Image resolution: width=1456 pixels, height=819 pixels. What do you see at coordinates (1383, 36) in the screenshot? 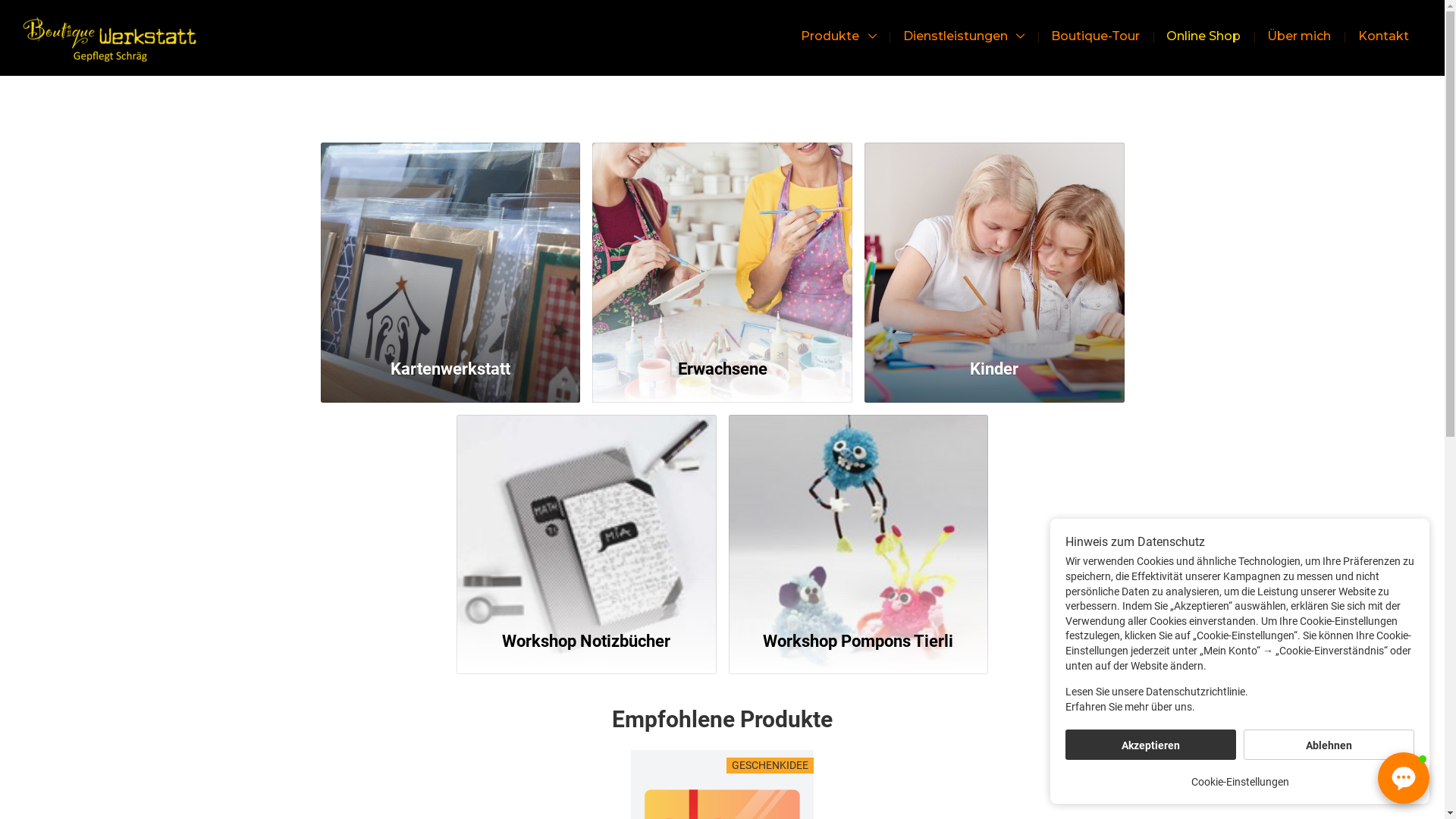
I see `'Kontakt'` at bounding box center [1383, 36].